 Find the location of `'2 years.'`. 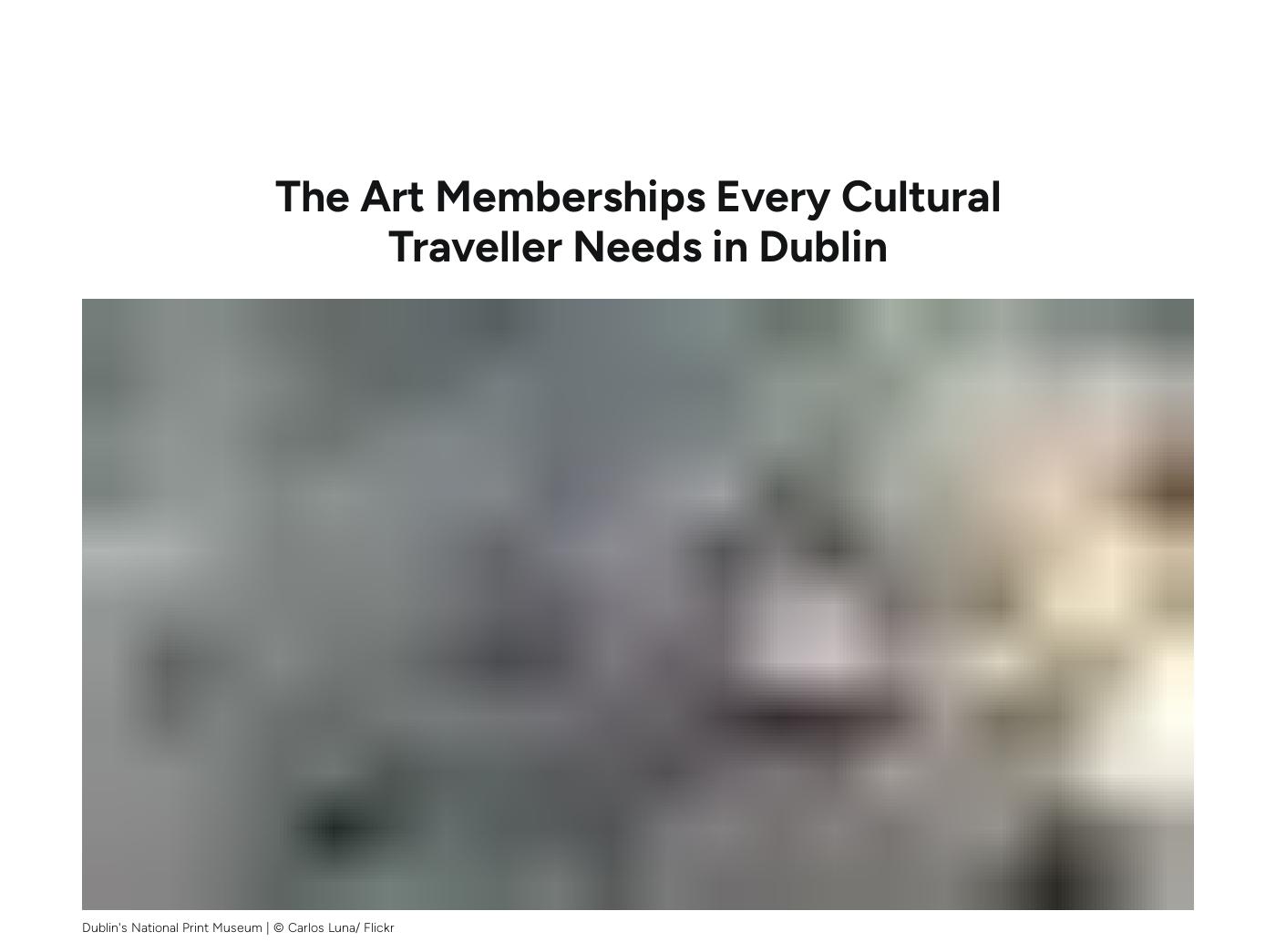

'2 years.' is located at coordinates (976, 179).